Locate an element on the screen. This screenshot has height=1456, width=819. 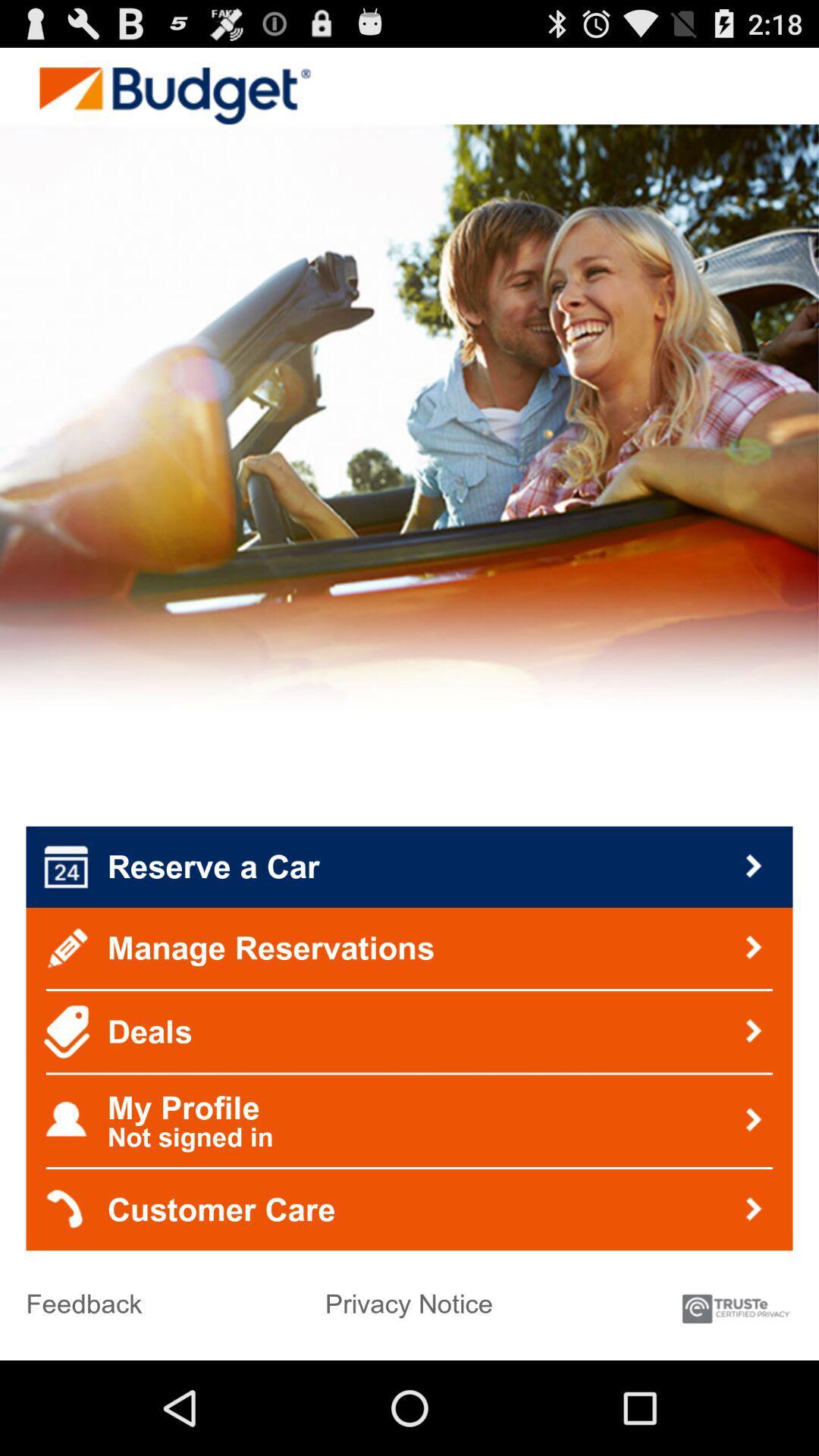
the privacy notice is located at coordinates (408, 1297).